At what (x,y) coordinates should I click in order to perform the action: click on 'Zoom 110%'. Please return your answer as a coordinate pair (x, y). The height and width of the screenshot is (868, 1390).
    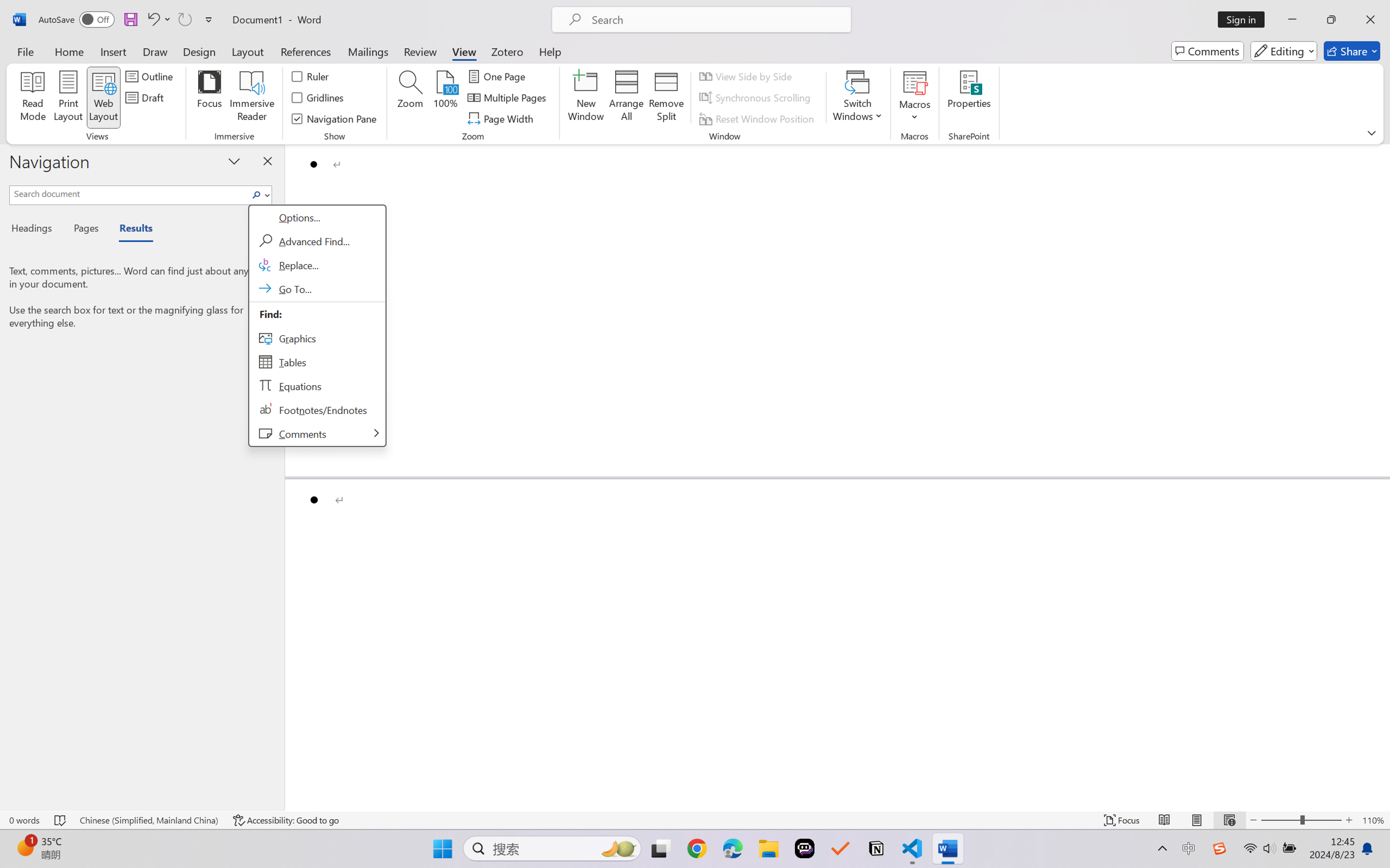
    Looking at the image, I should click on (1373, 820).